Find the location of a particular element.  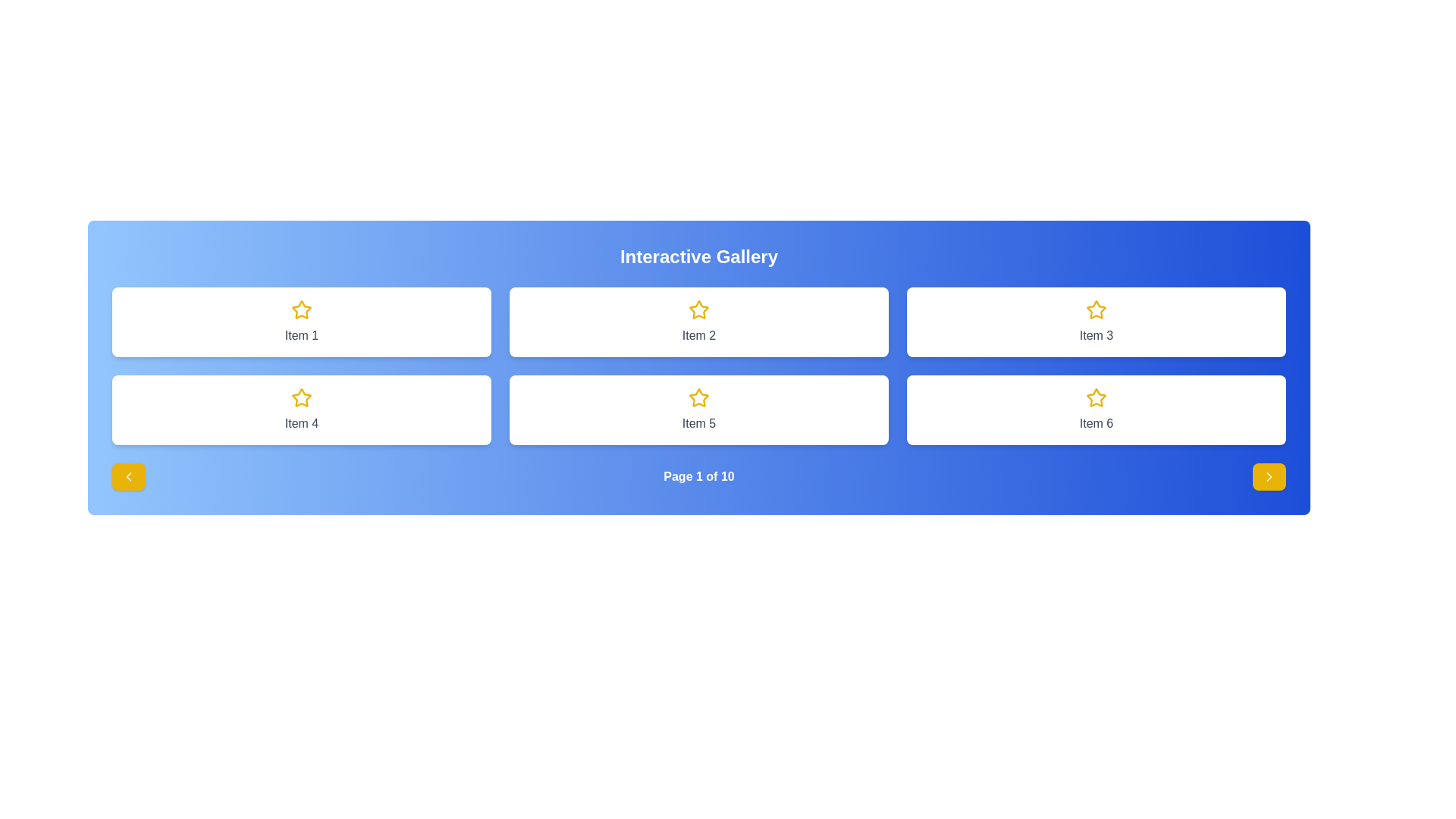

the yellow button with rounded corners located in the bottom-right corner of the navigation bar to observe its hover effects is located at coordinates (1269, 475).